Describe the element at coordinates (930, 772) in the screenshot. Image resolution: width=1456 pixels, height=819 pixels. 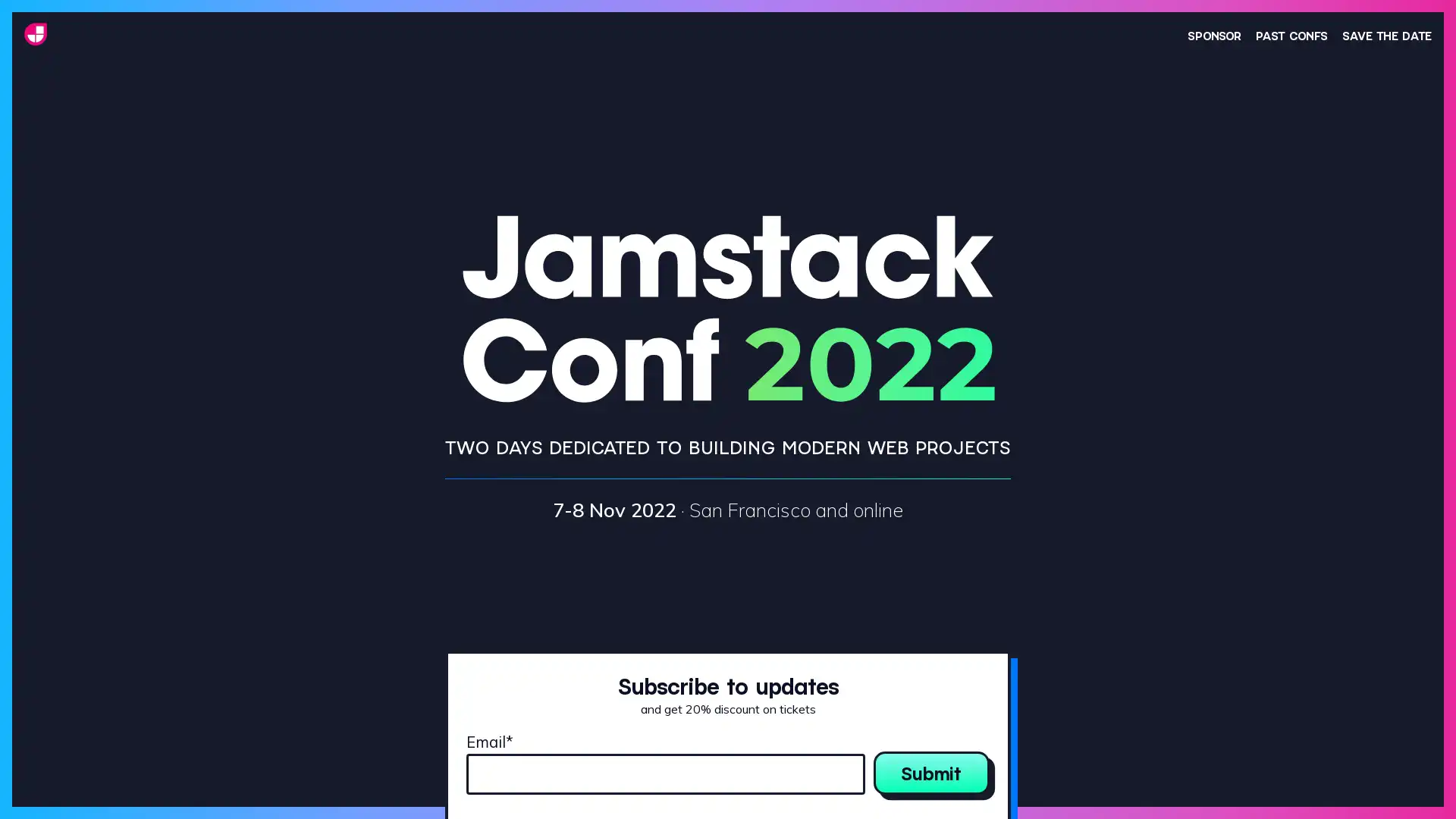
I see `Submit` at that location.